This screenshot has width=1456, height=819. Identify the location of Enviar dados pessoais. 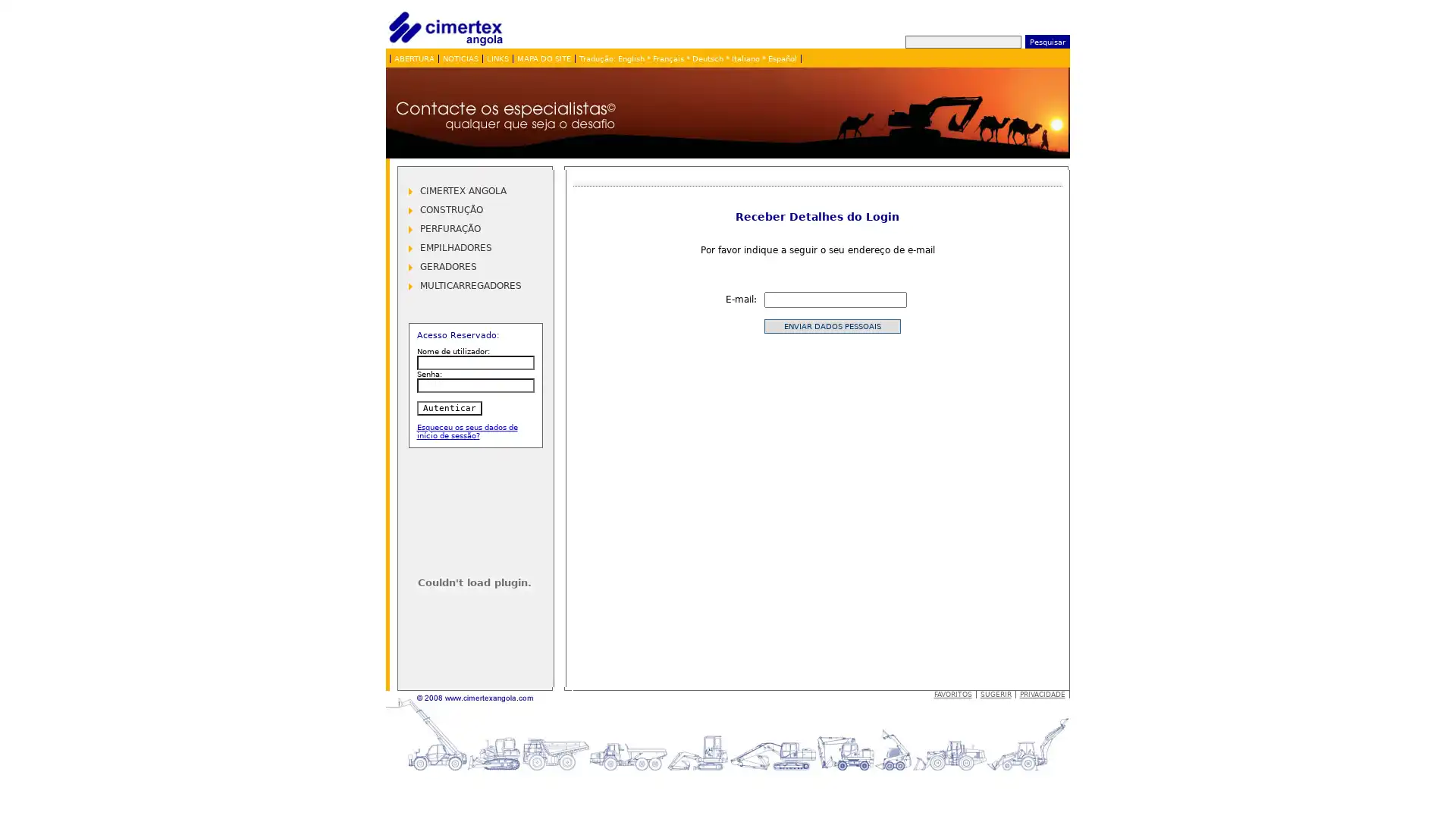
(832, 325).